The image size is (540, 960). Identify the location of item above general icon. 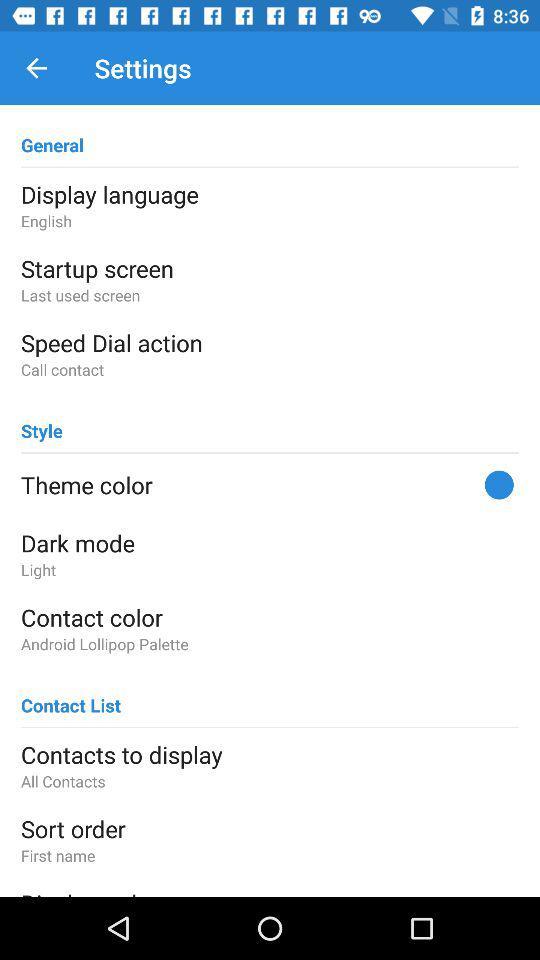
(36, 68).